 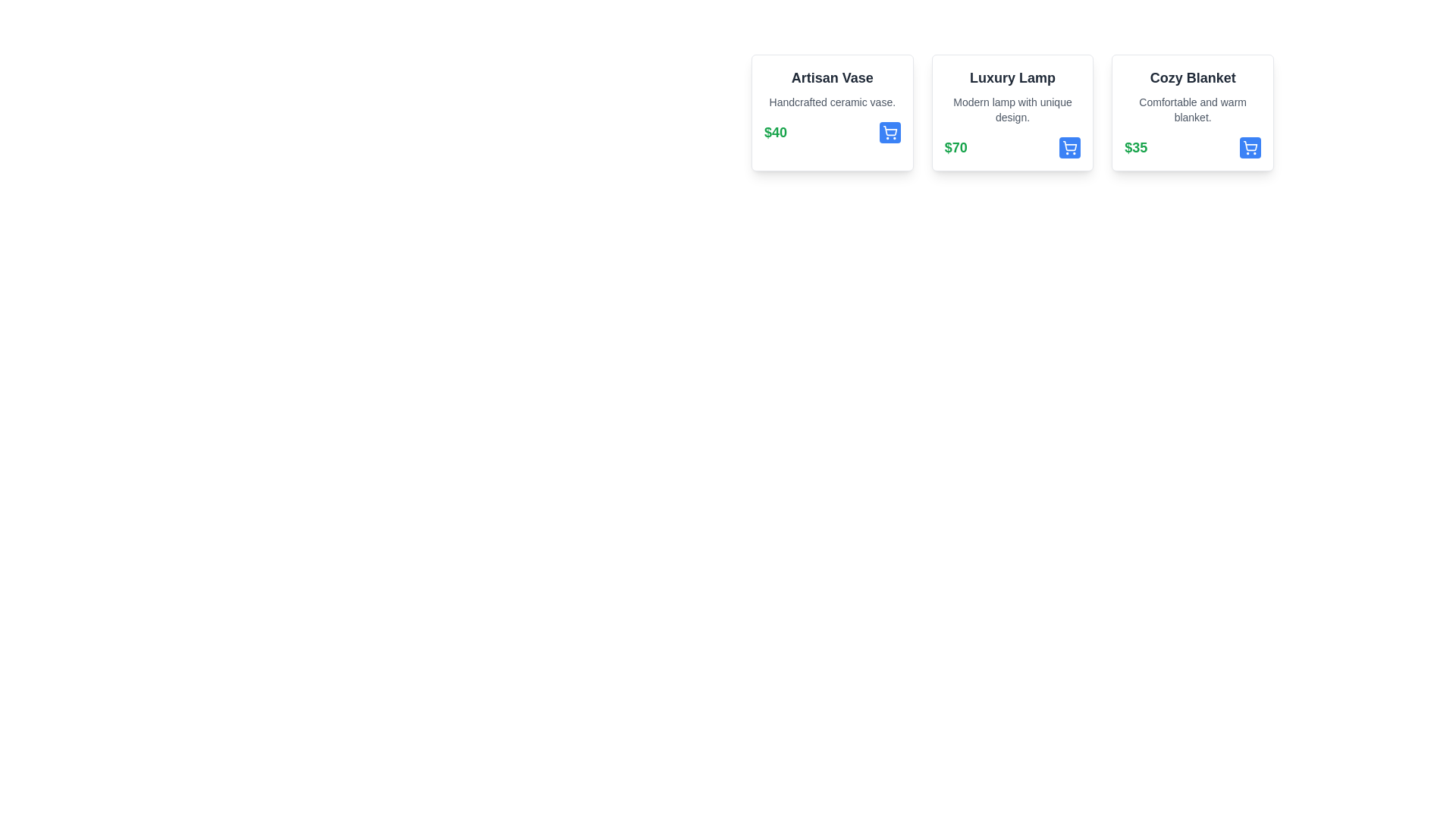 What do you see at coordinates (890, 131) in the screenshot?
I see `the Shopping Cart Icon located within the blue button at the bottom right corner of the 'Artisan Vase' card` at bounding box center [890, 131].